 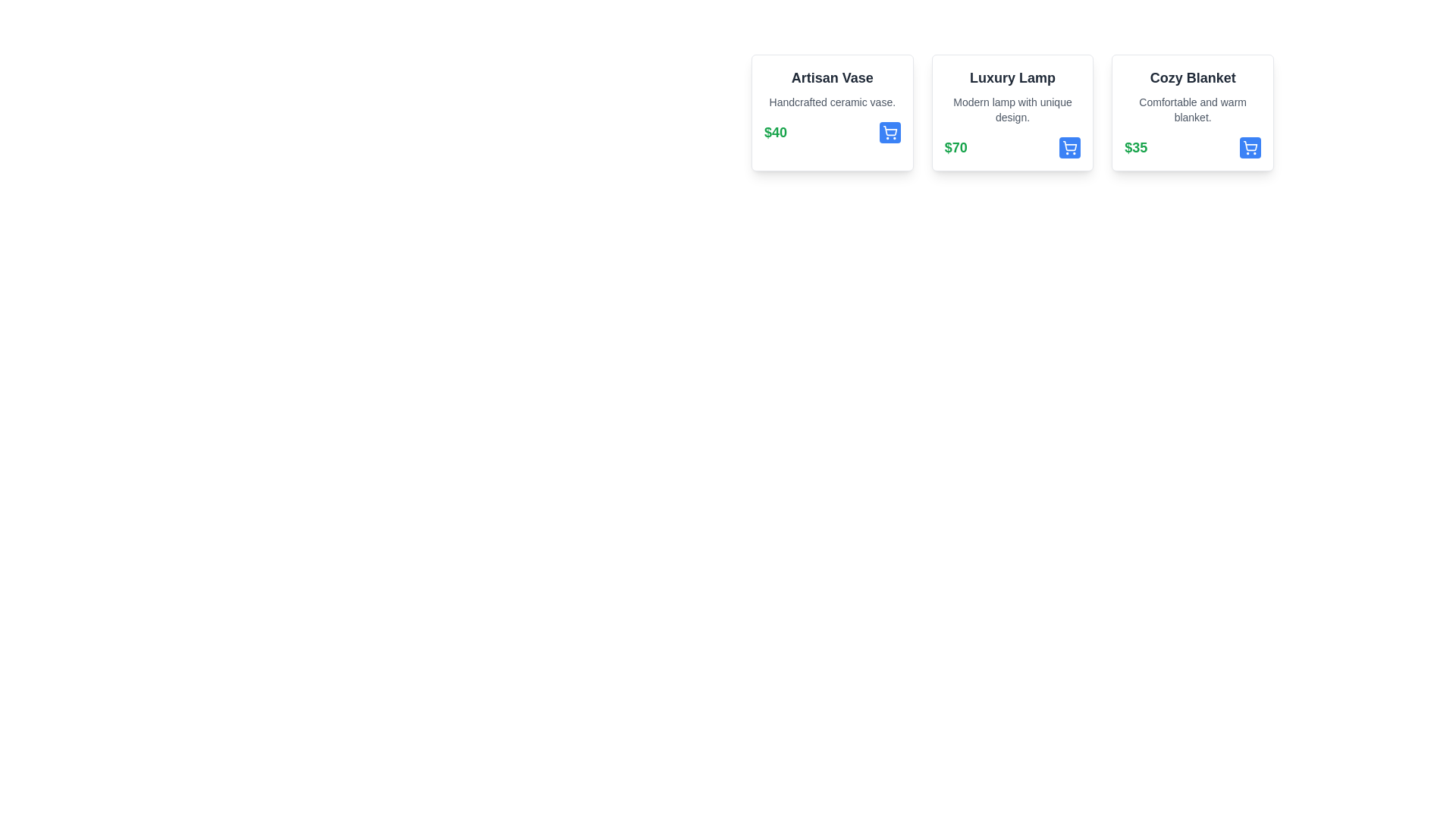 What do you see at coordinates (890, 131) in the screenshot?
I see `the Shopping Cart Icon located within the blue button at the bottom right corner of the 'Artisan Vase' card` at bounding box center [890, 131].